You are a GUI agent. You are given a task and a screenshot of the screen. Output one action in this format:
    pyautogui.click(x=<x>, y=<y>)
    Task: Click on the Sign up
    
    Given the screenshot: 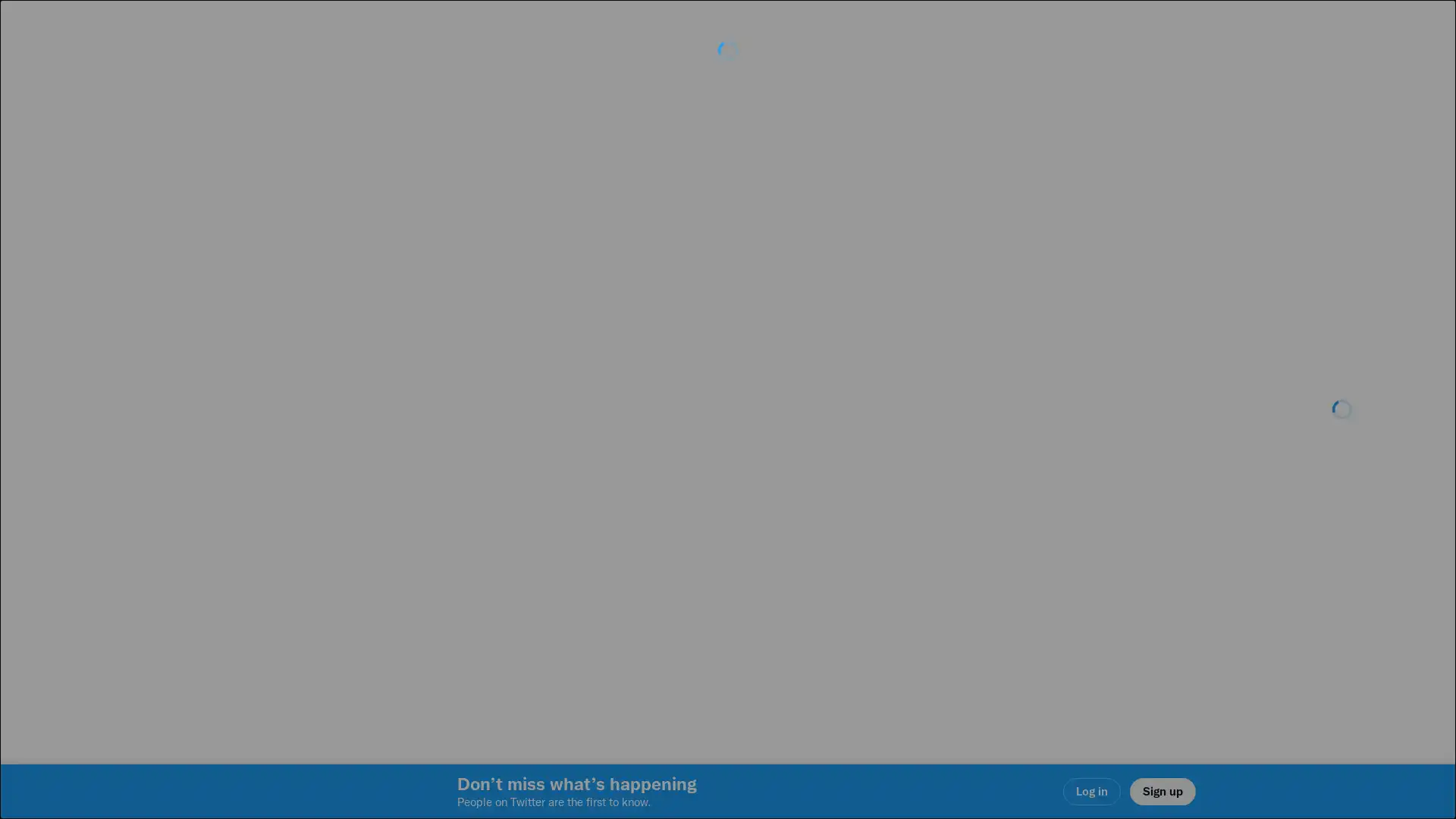 What is the action you would take?
    pyautogui.click(x=548, y=516)
    